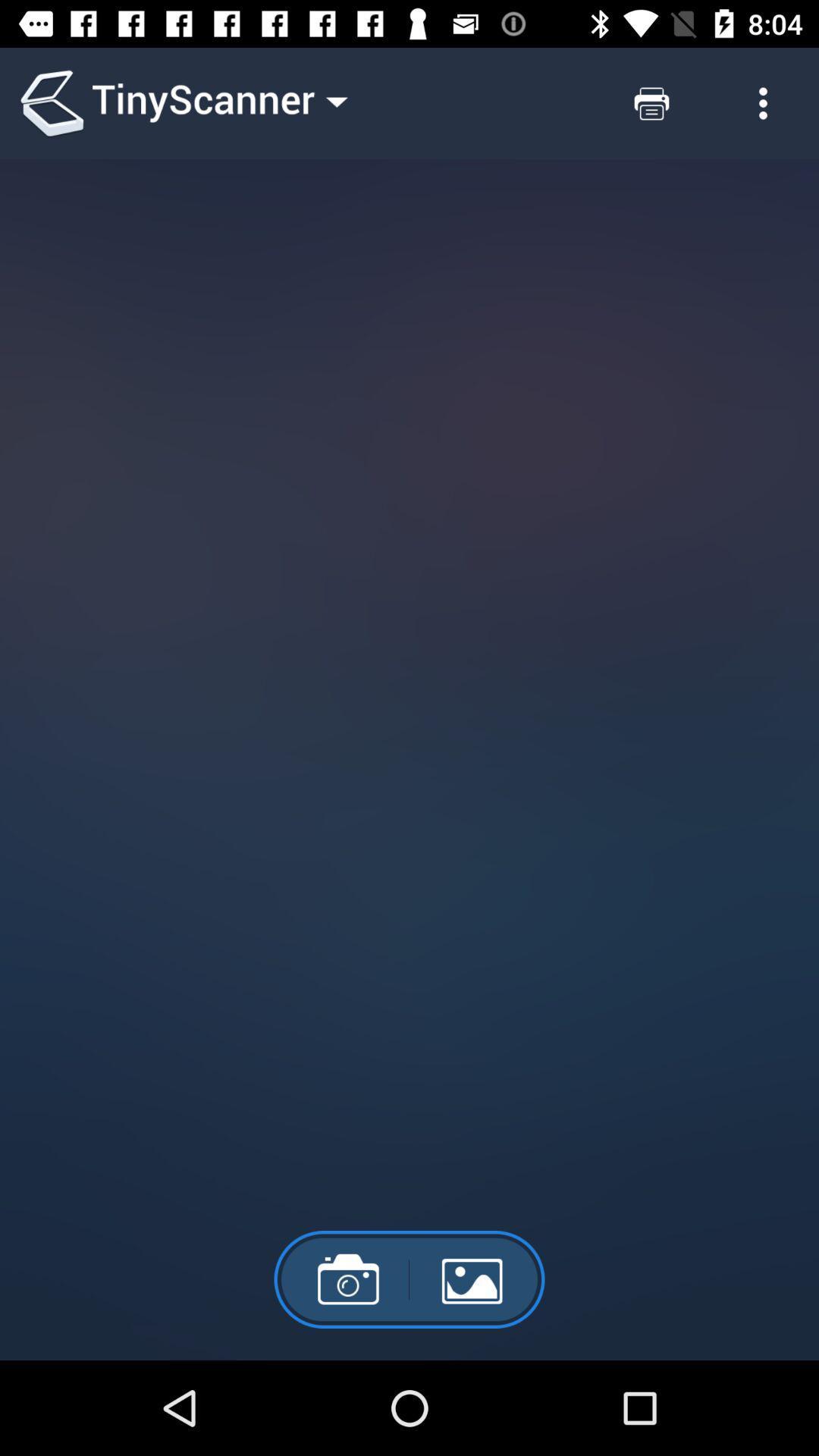  What do you see at coordinates (476, 1279) in the screenshot?
I see `the wallpaper icon` at bounding box center [476, 1279].